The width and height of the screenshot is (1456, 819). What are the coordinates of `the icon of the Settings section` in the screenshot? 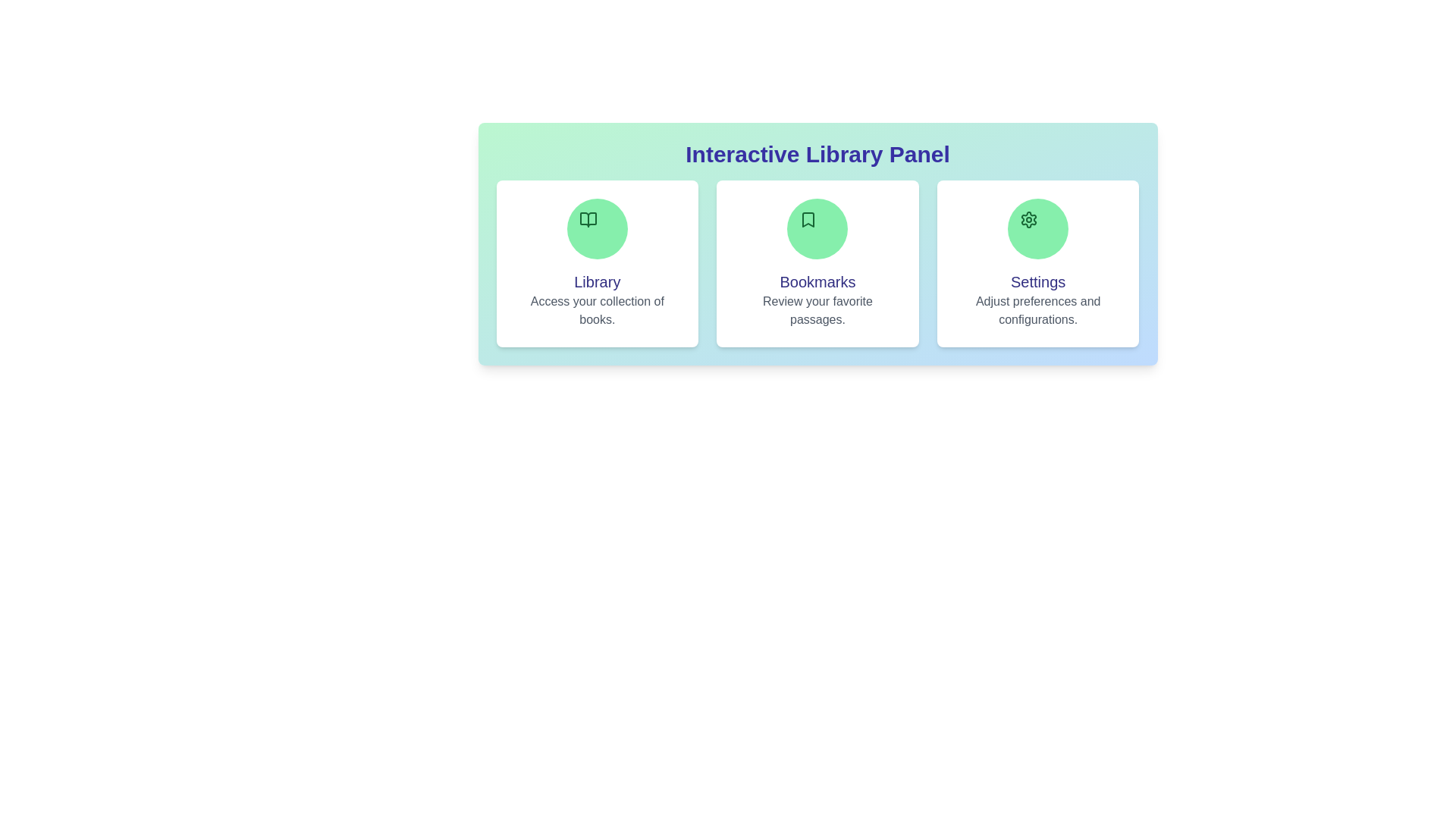 It's located at (1037, 228).